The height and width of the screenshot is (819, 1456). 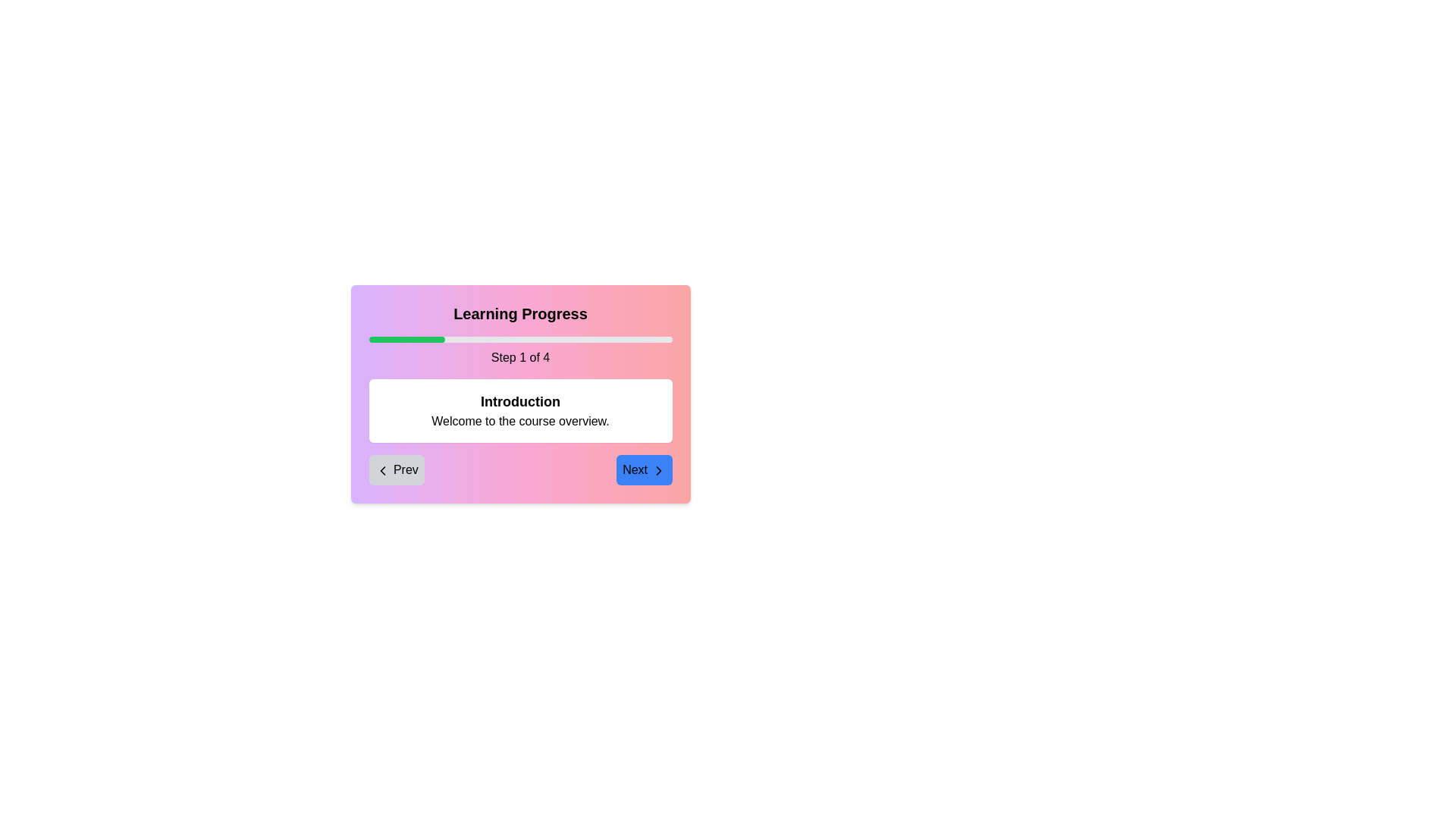 What do you see at coordinates (520, 400) in the screenshot?
I see `heading 'Introduction' which is displayed in bold and larger font style, centered within its card-like component above the text 'Welcome to the course overview.'` at bounding box center [520, 400].